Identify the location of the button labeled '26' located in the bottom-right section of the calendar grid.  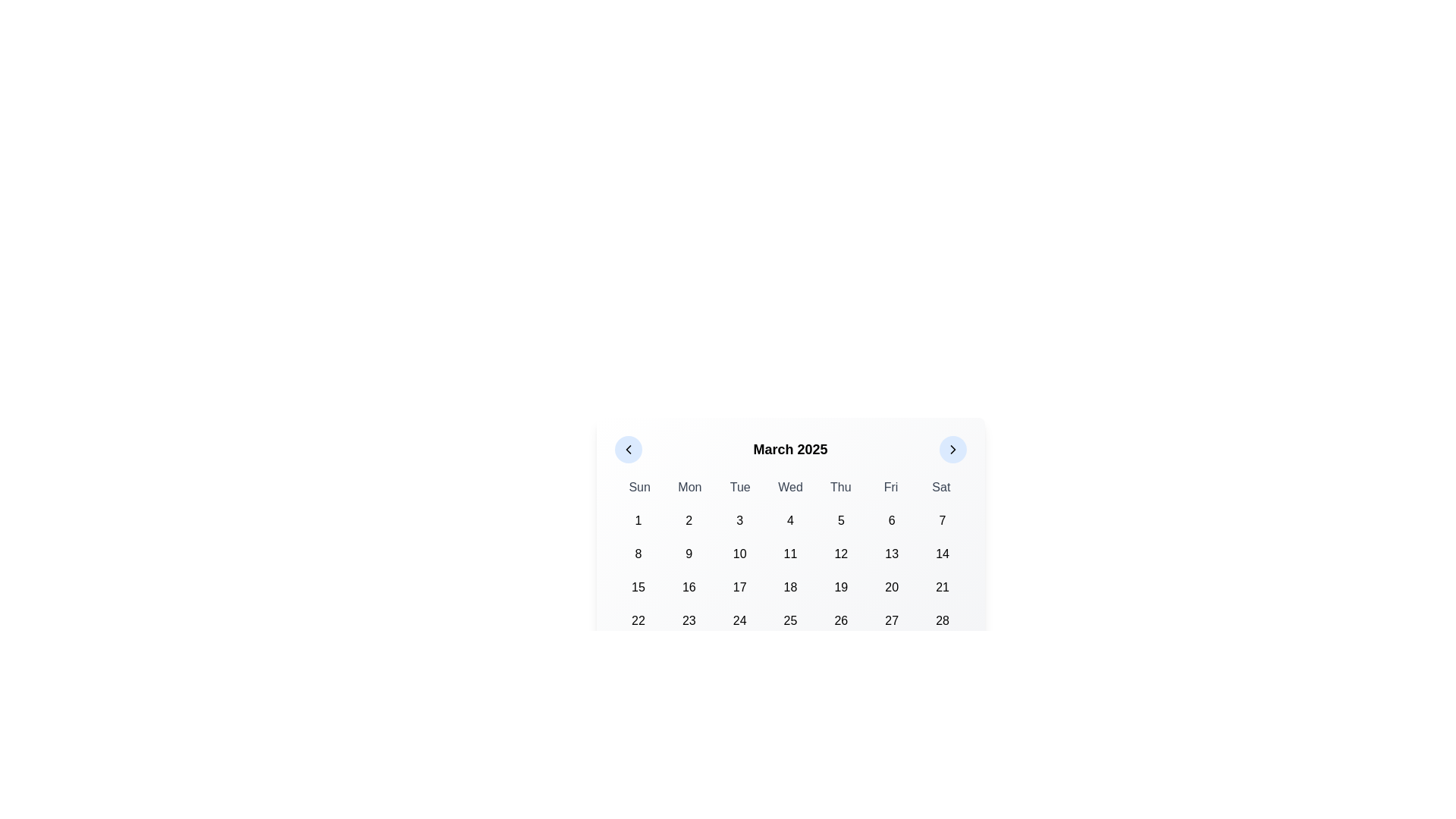
(840, 620).